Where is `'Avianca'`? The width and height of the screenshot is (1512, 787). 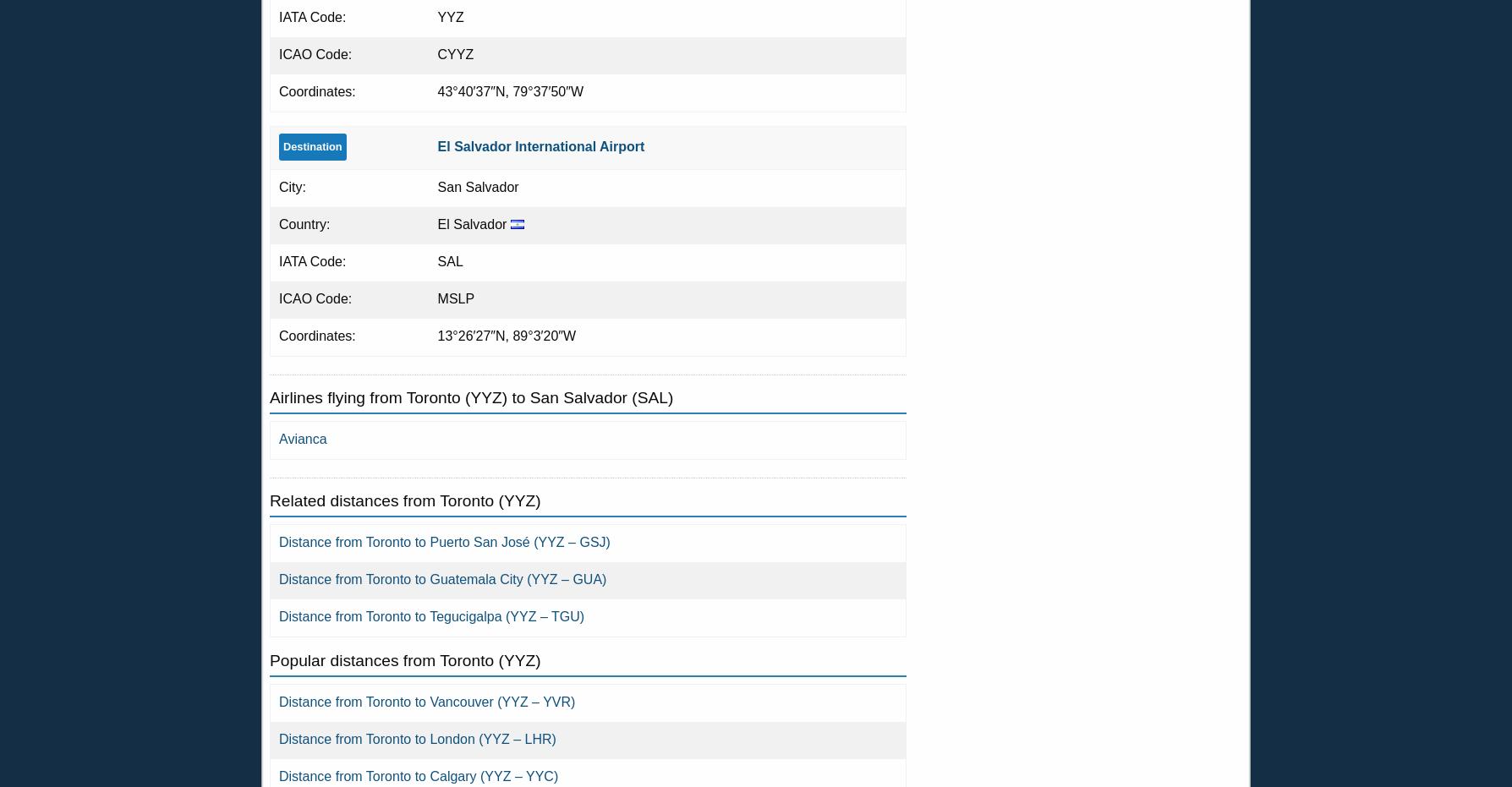 'Avianca' is located at coordinates (301, 439).